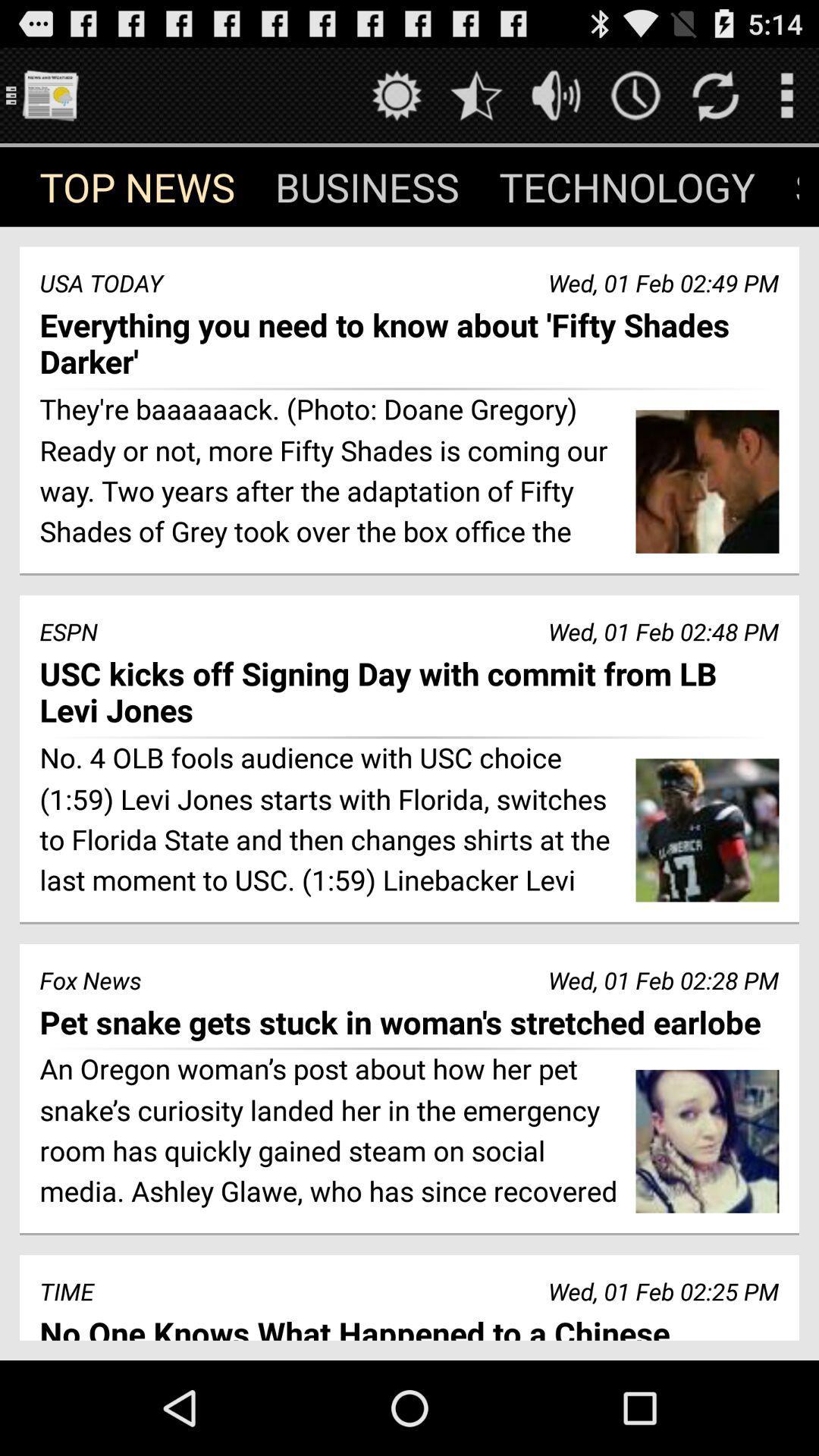 This screenshot has width=819, height=1456. What do you see at coordinates (396, 101) in the screenshot?
I see `the settings icon` at bounding box center [396, 101].